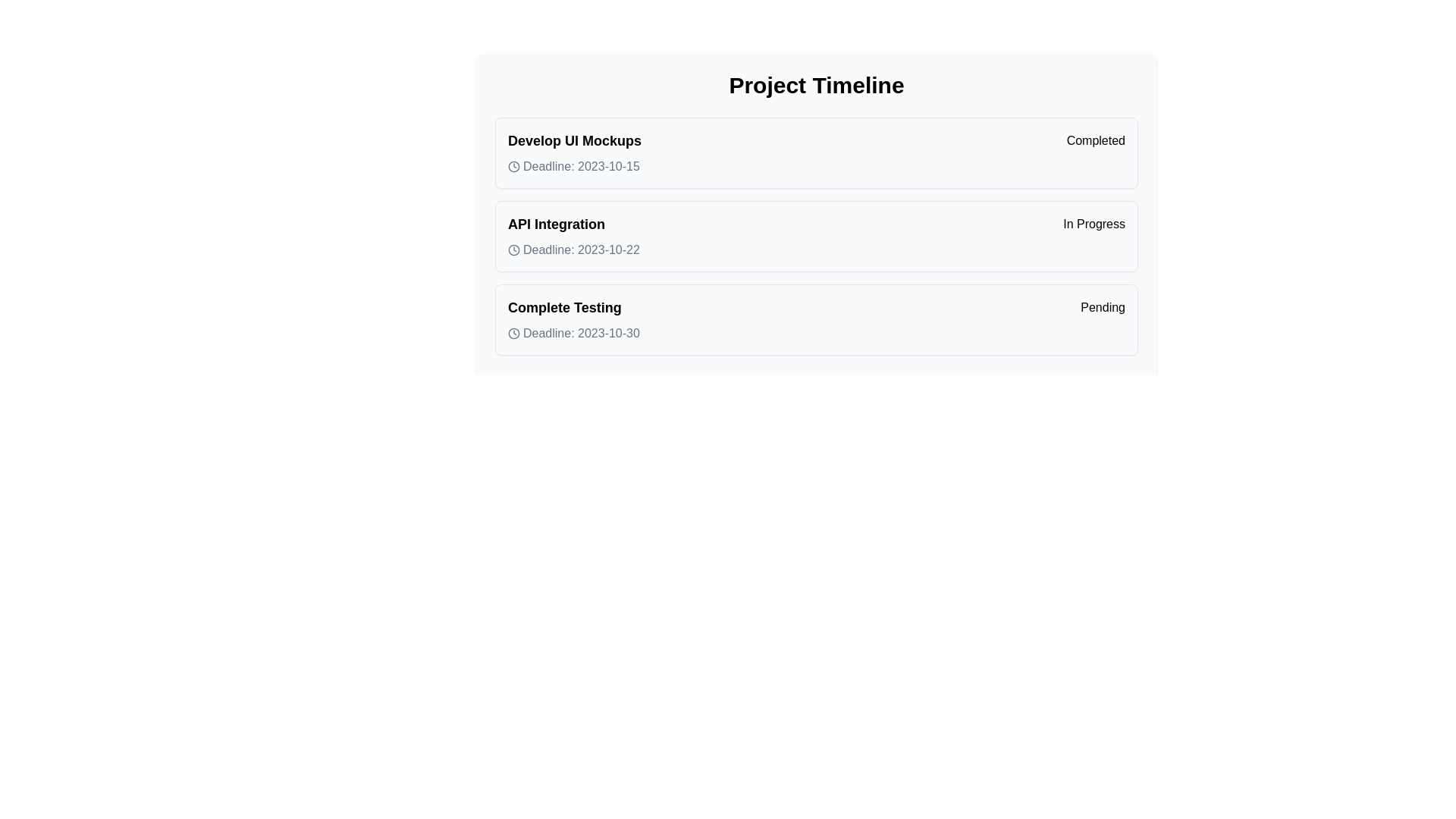 Image resolution: width=1456 pixels, height=819 pixels. I want to click on the 'Completed' badge, which is a bold and highlighted text label indicating a status, located to the right of the 'Develop UI Mockups' task title in the first entry of the vertical task list, so click(1096, 140).